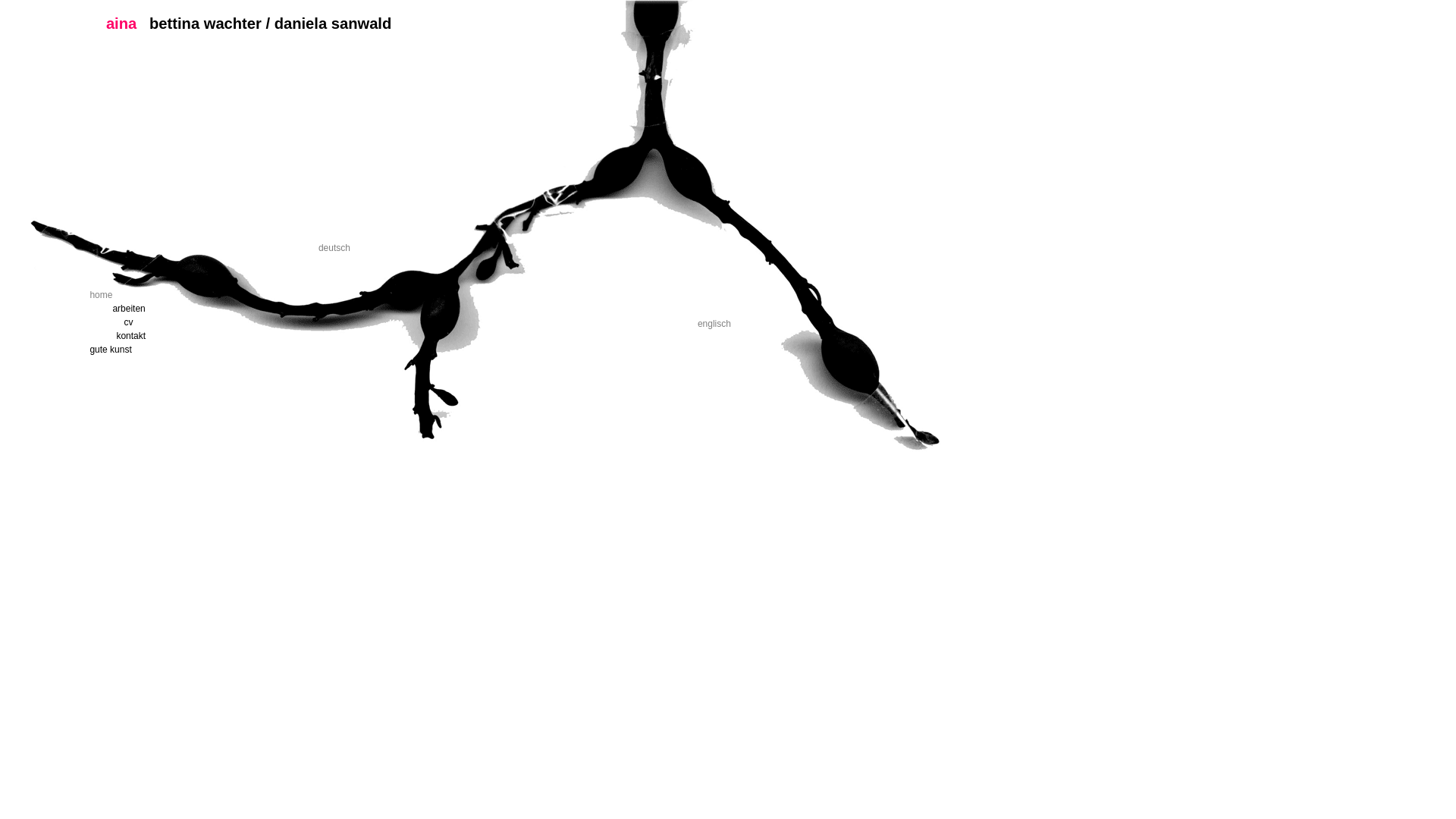 The width and height of the screenshot is (1456, 819). I want to click on 'englisch', so click(713, 323).